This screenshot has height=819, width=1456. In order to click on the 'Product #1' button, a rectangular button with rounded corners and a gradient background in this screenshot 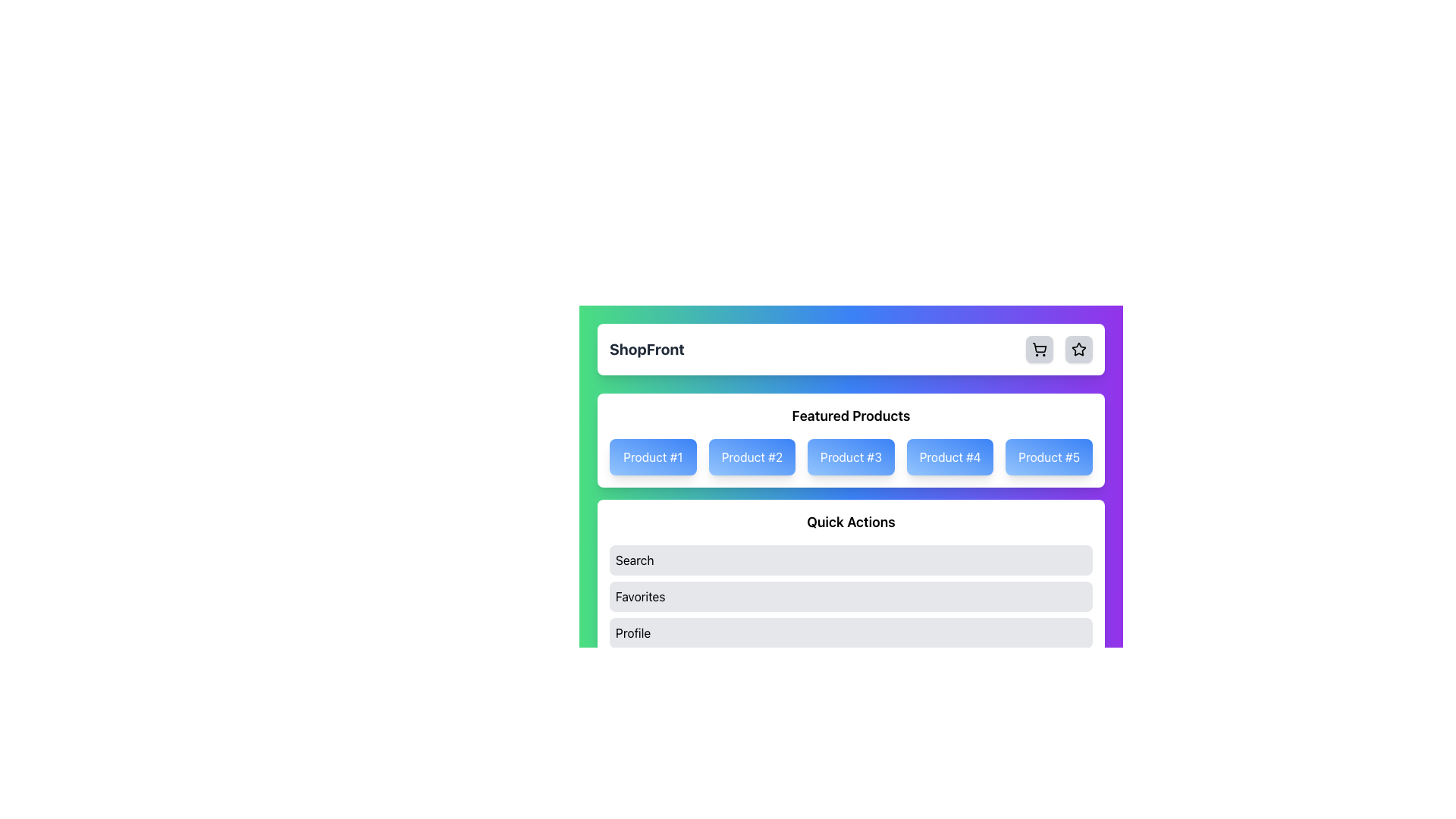, I will do `click(653, 456)`.